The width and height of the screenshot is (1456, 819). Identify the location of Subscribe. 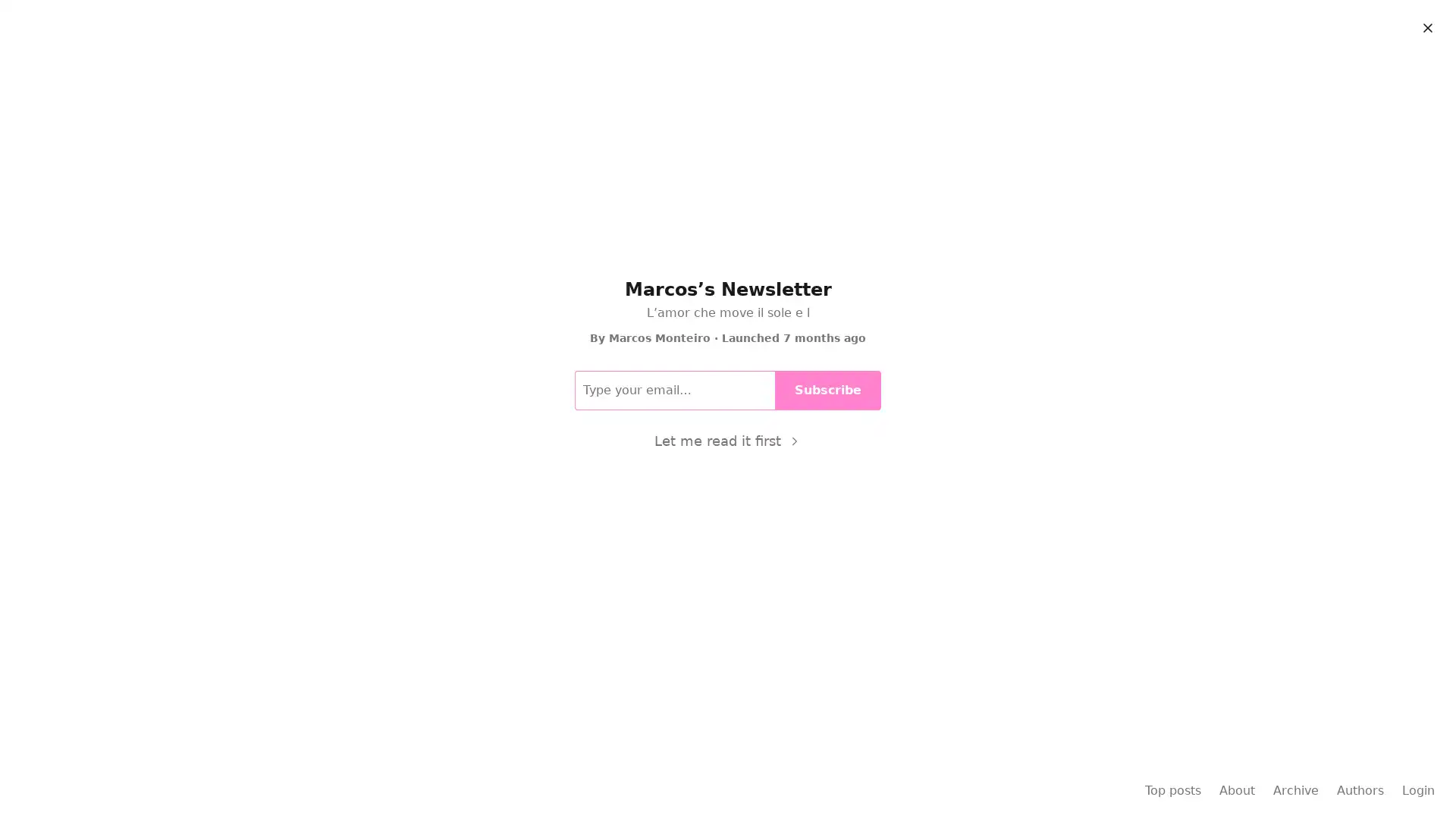
(827, 388).